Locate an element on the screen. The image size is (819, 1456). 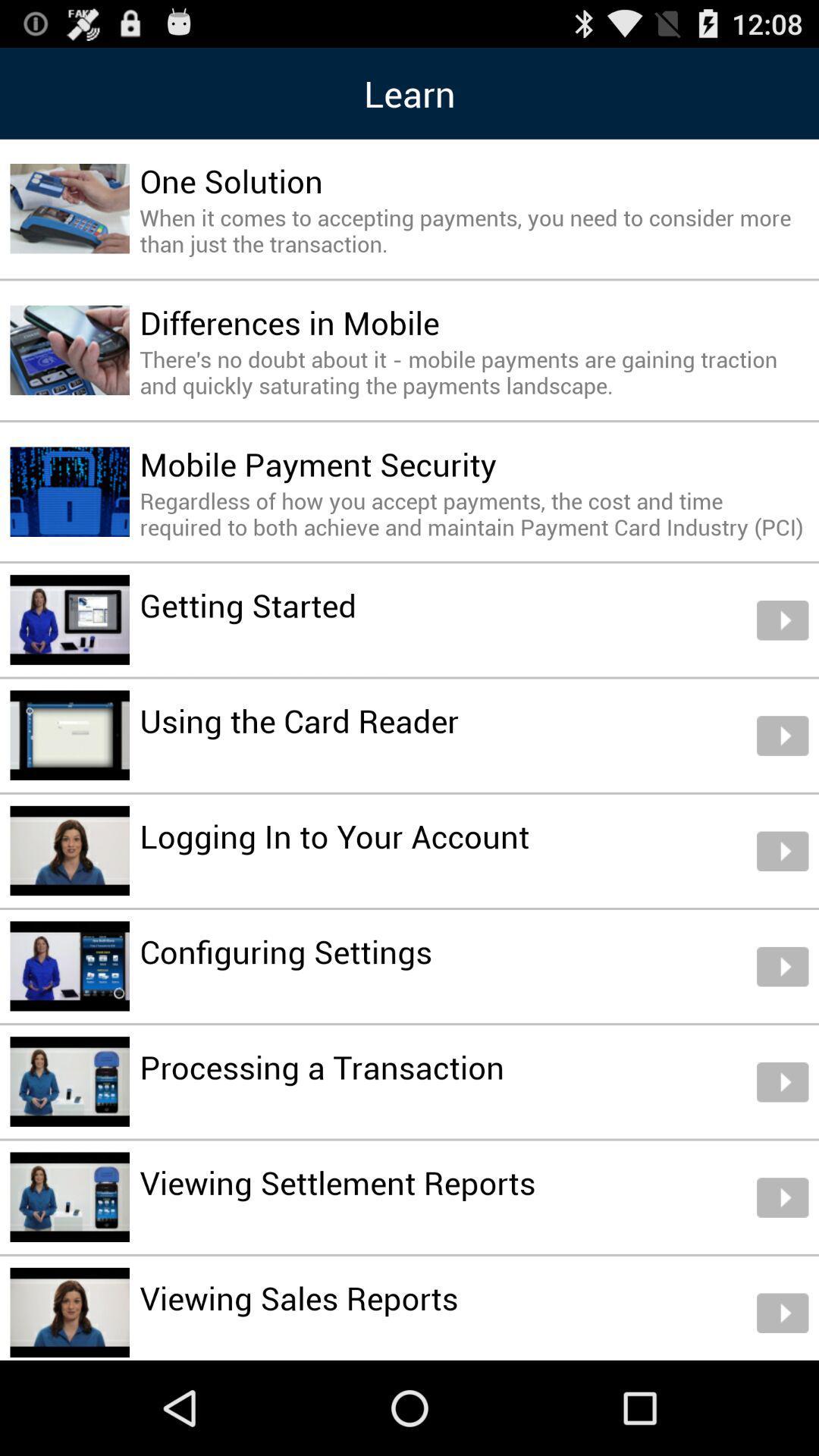
item above the regardless of how icon is located at coordinates (317, 463).